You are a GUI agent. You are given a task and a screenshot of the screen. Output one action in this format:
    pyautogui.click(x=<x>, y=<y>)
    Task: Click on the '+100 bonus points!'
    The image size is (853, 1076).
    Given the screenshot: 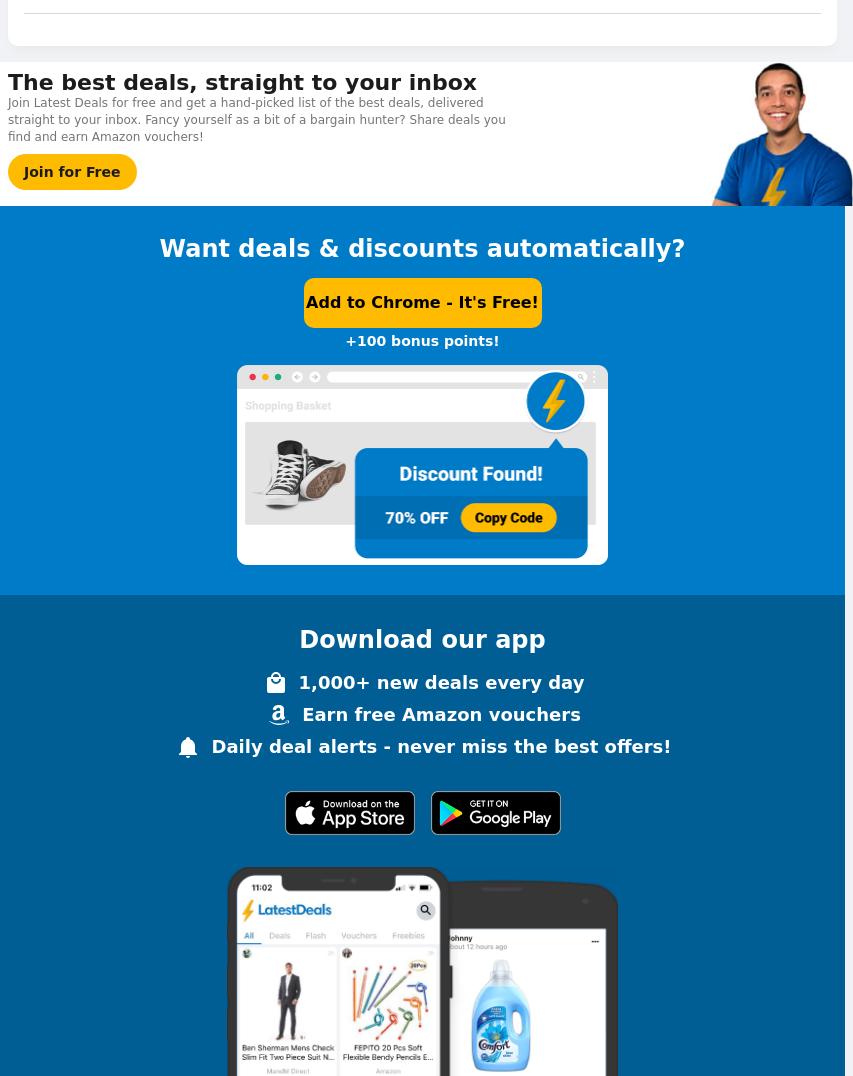 What is the action you would take?
    pyautogui.click(x=420, y=340)
    